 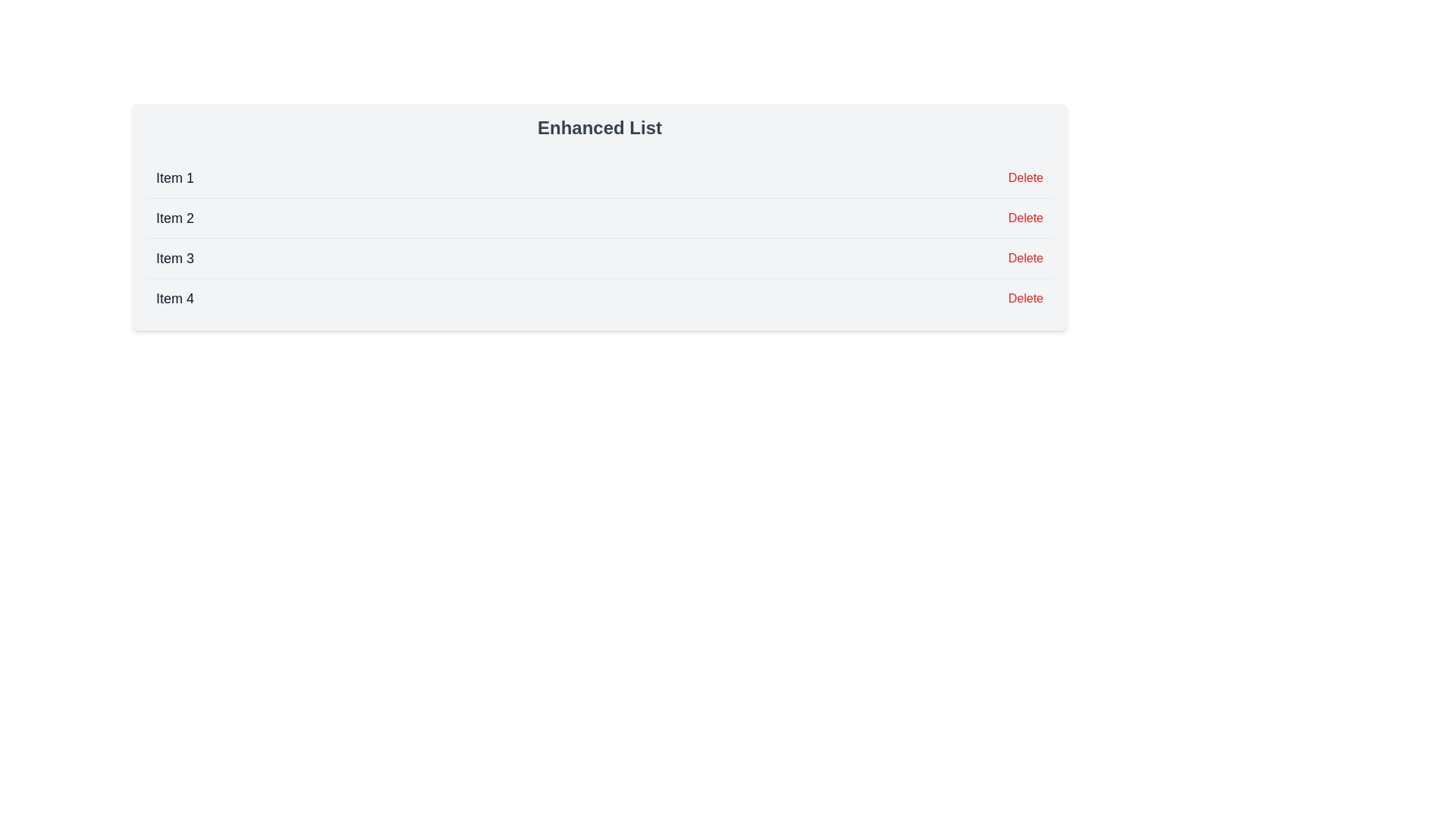 What do you see at coordinates (174, 177) in the screenshot?
I see `the informational Text Label that displays the name of the list item, located to the left of the 'Delete' button` at bounding box center [174, 177].